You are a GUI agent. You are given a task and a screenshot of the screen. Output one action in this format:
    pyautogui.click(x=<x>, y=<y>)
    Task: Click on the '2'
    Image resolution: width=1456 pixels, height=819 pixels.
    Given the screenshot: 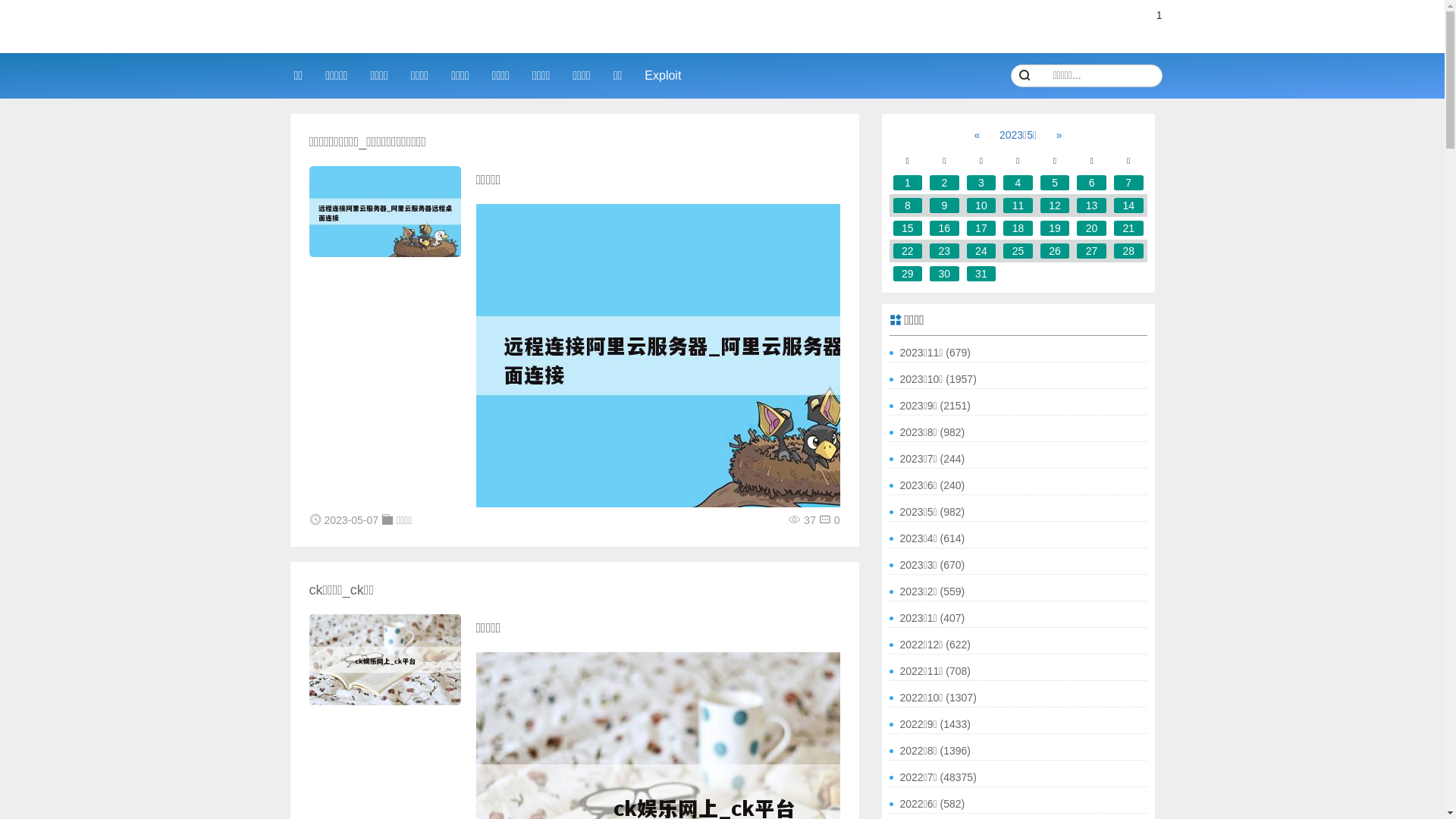 What is the action you would take?
    pyautogui.click(x=943, y=181)
    